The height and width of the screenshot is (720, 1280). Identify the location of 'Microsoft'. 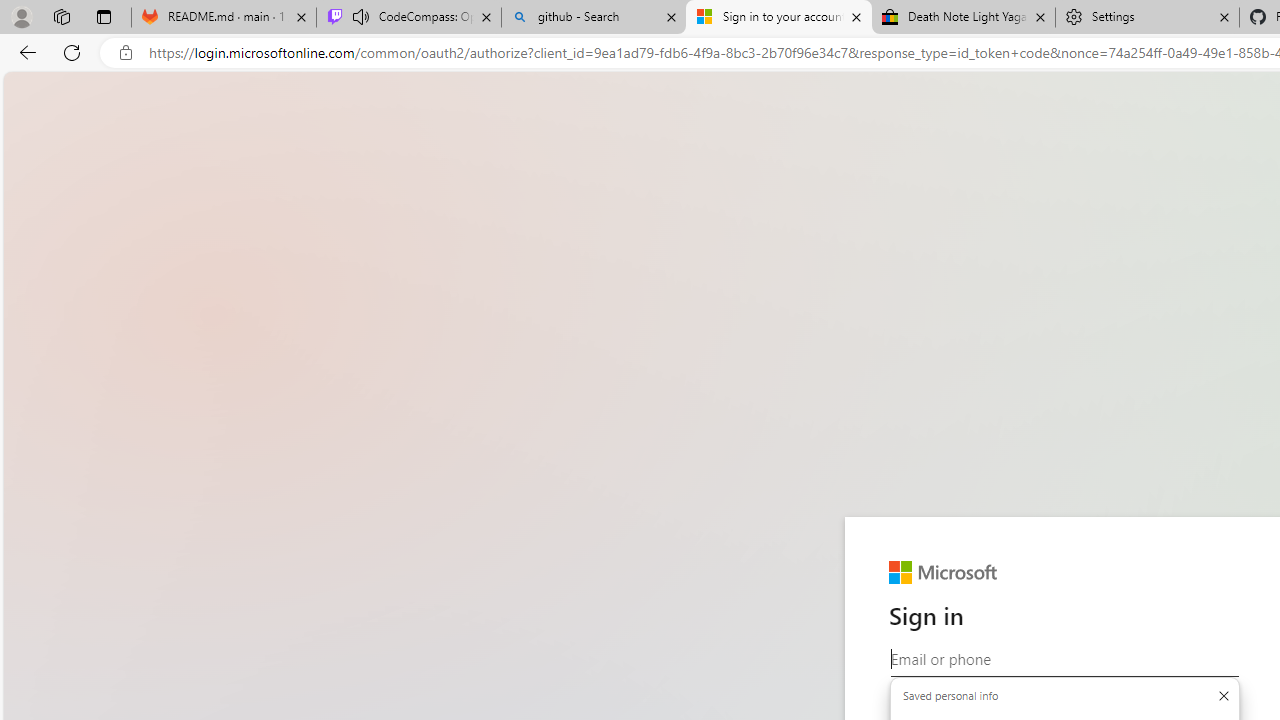
(942, 573).